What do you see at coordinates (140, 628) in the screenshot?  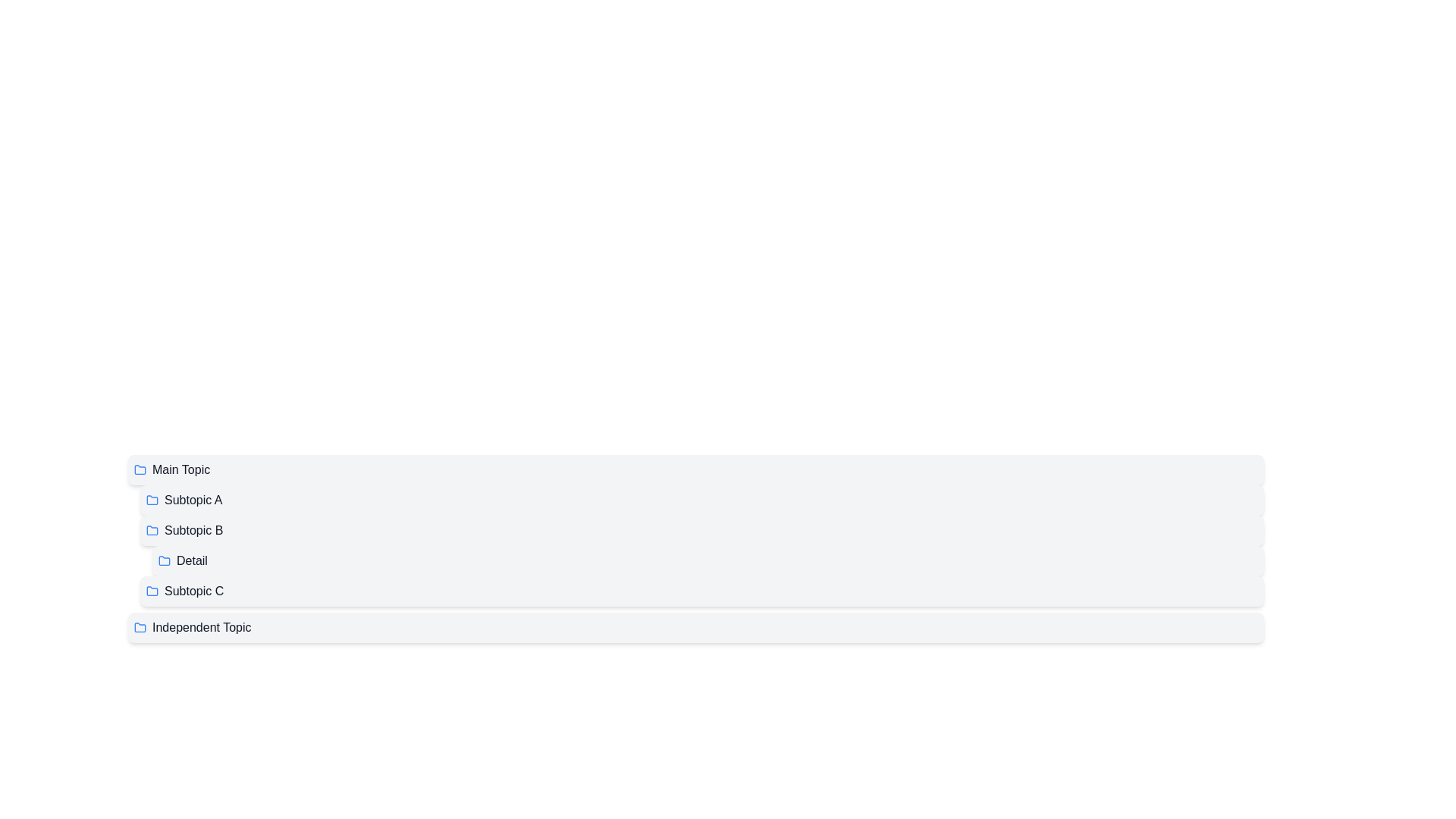 I see `the blue folder icon located to the left of the text 'Independent Topic'` at bounding box center [140, 628].